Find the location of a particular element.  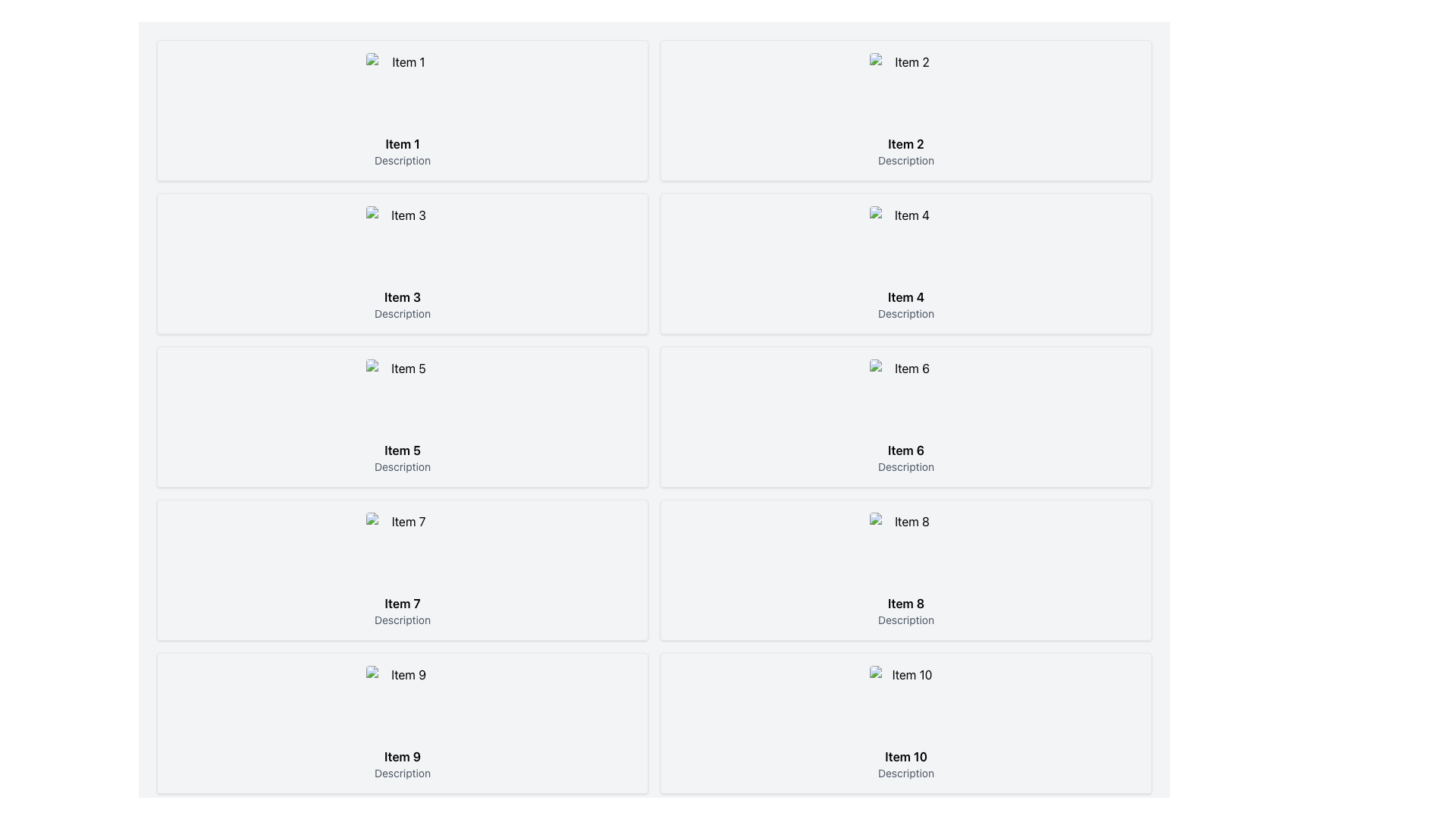

the image placeholder representing 'Item 2', which is centrally positioned in the second item box of a two-column grid layout is located at coordinates (906, 89).